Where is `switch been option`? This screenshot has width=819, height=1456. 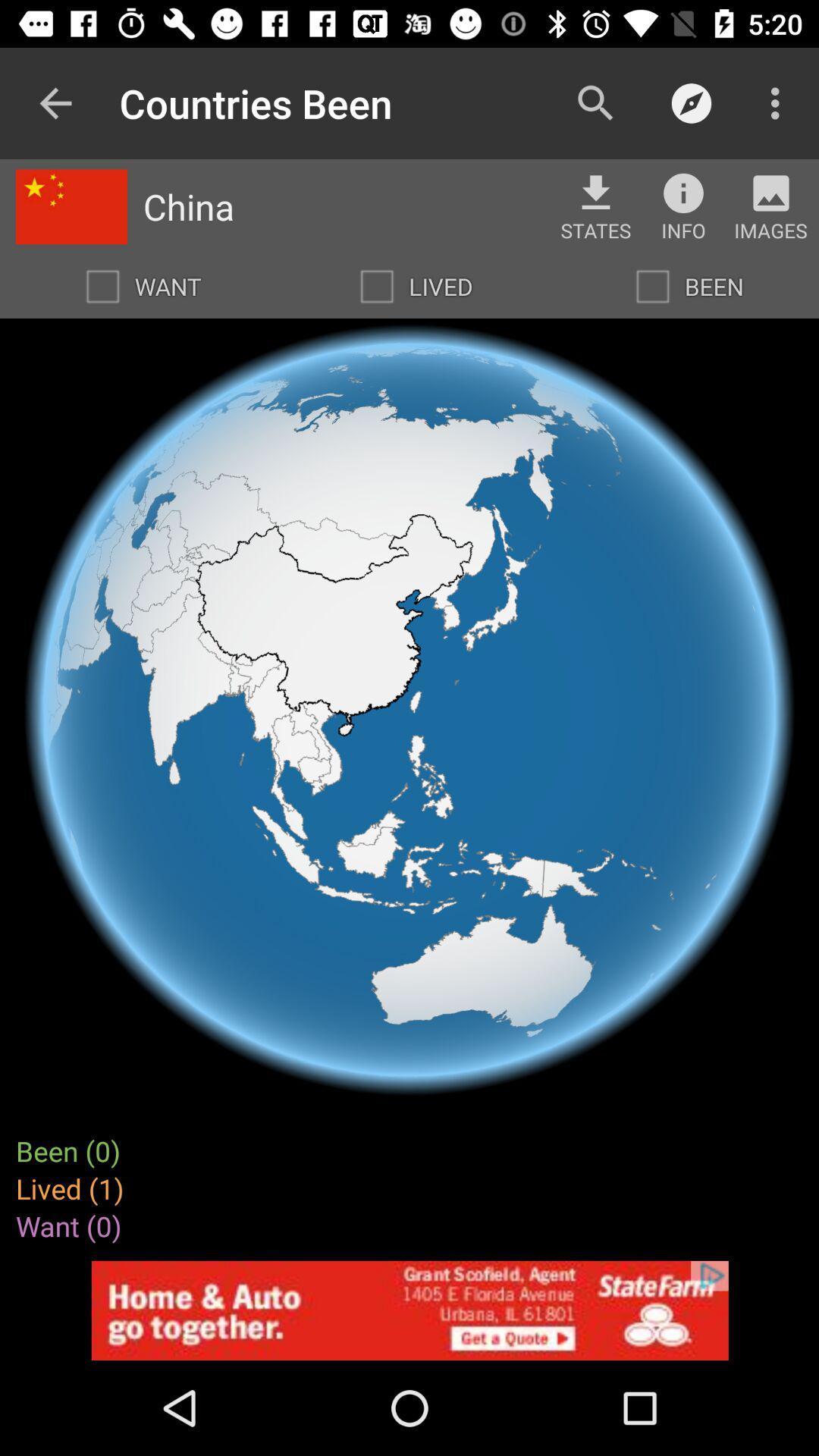
switch been option is located at coordinates (651, 287).